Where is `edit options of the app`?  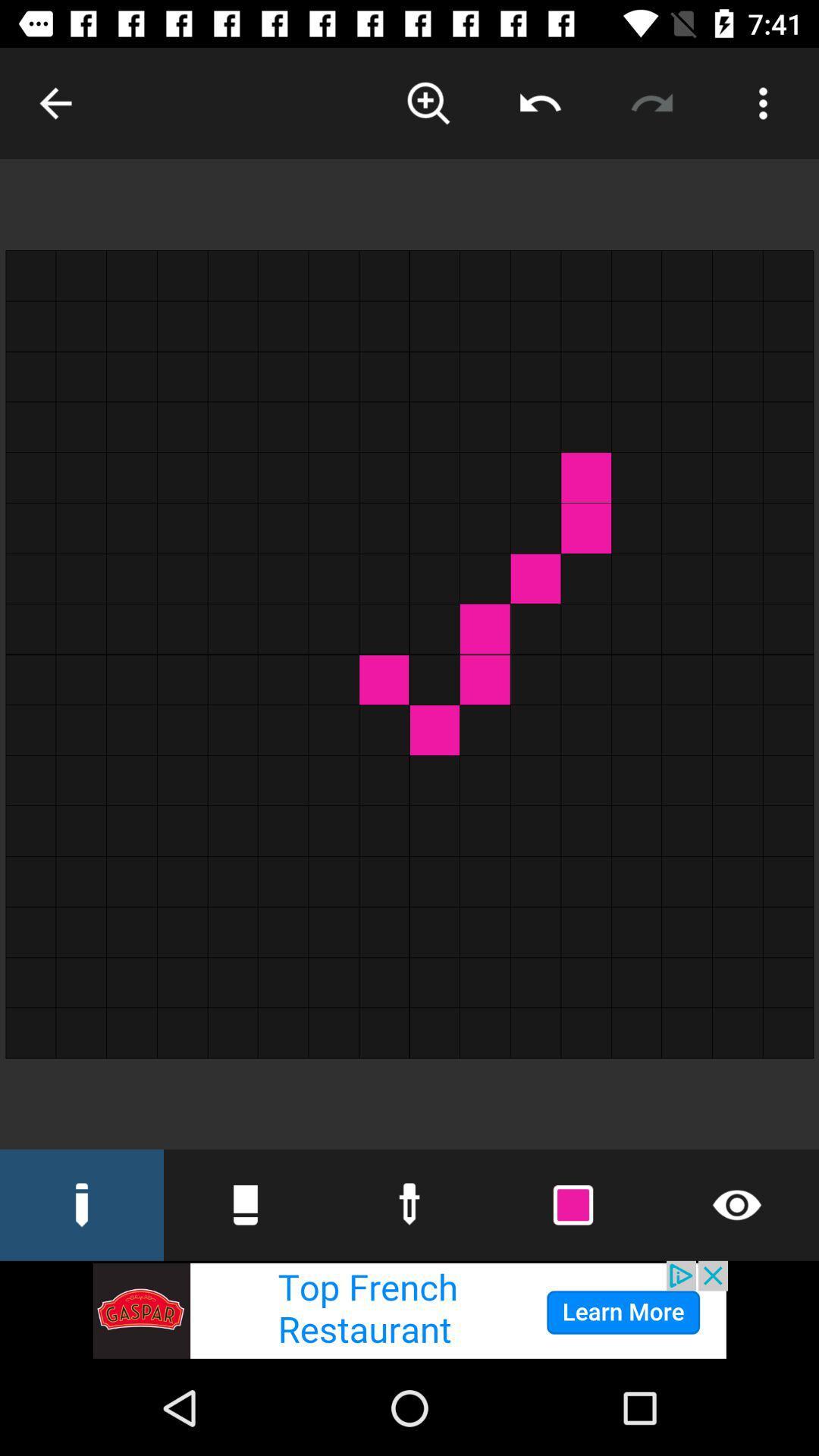 edit options of the app is located at coordinates (763, 102).